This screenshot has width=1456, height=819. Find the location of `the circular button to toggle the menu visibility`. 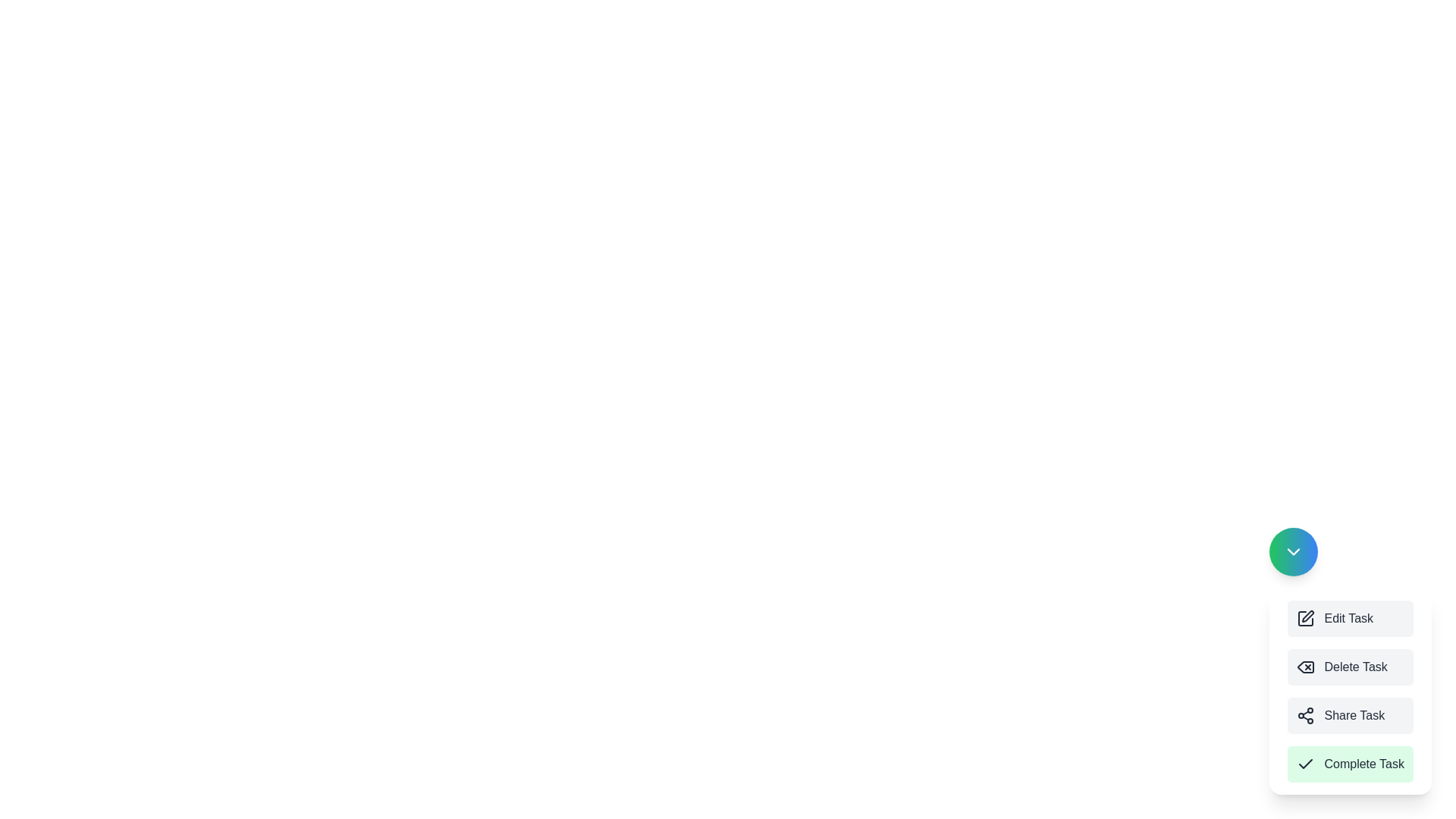

the circular button to toggle the menu visibility is located at coordinates (1292, 552).